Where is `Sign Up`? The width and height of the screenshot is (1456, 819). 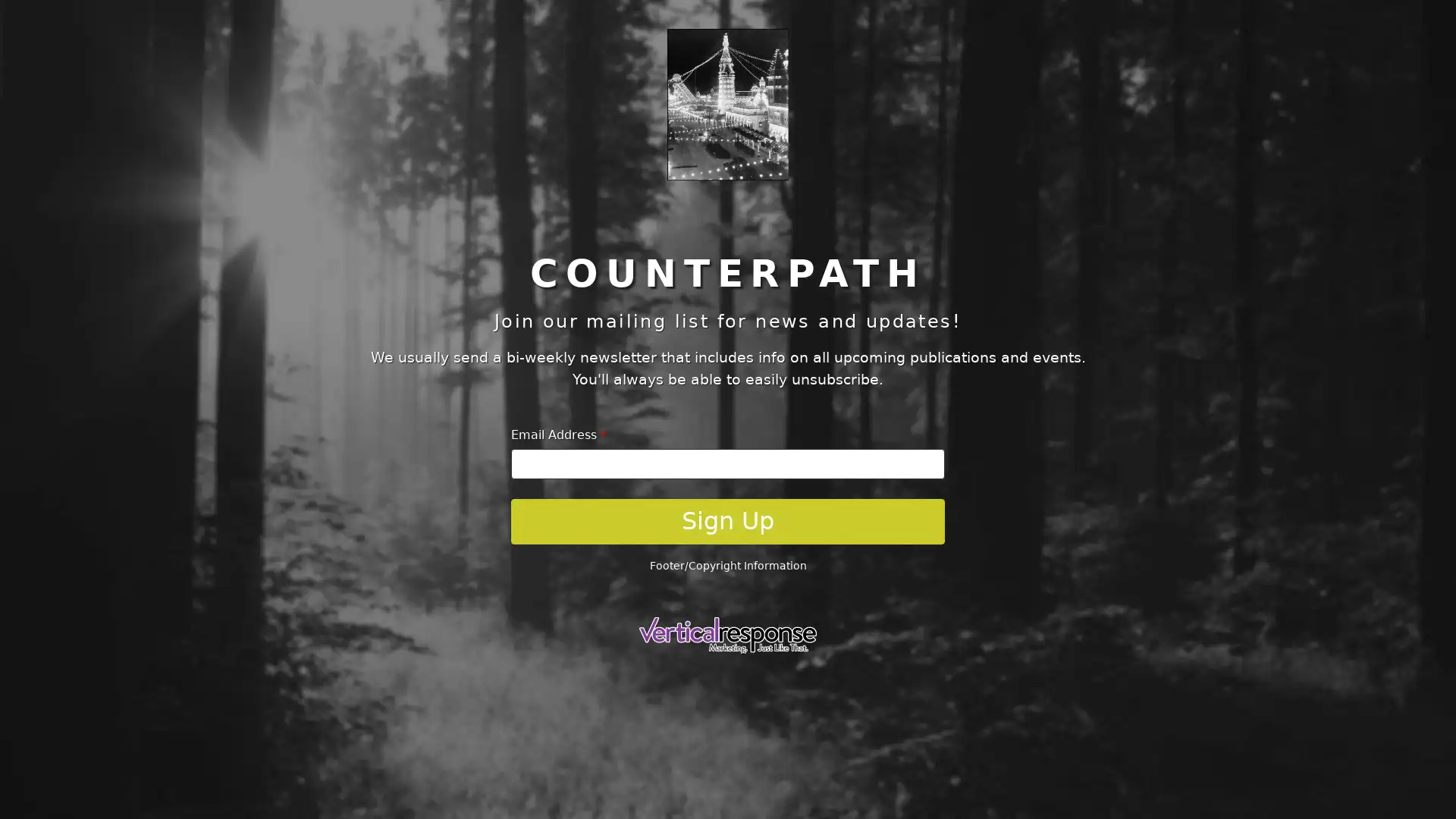
Sign Up is located at coordinates (726, 519).